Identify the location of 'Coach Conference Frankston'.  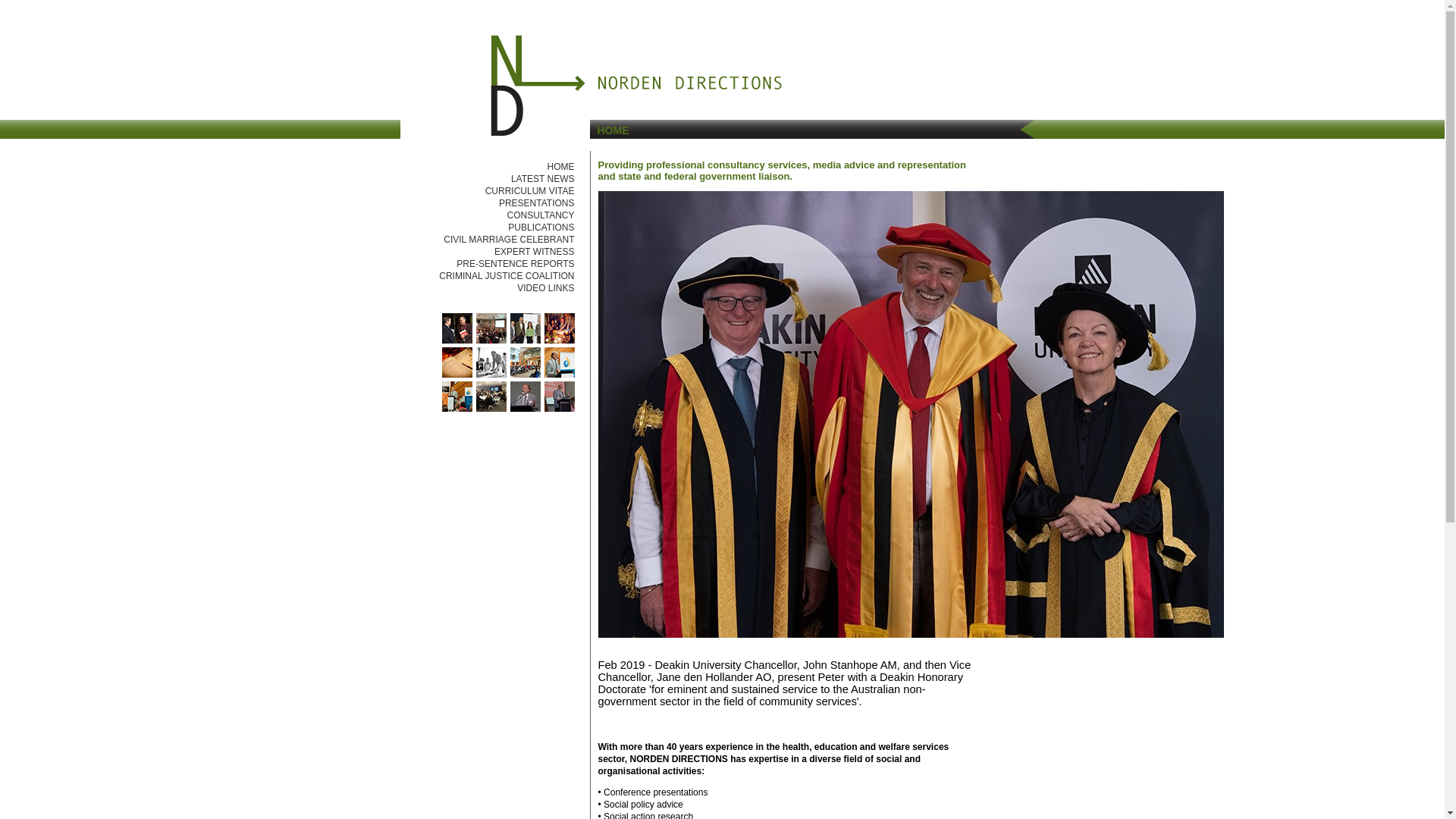
(491, 339).